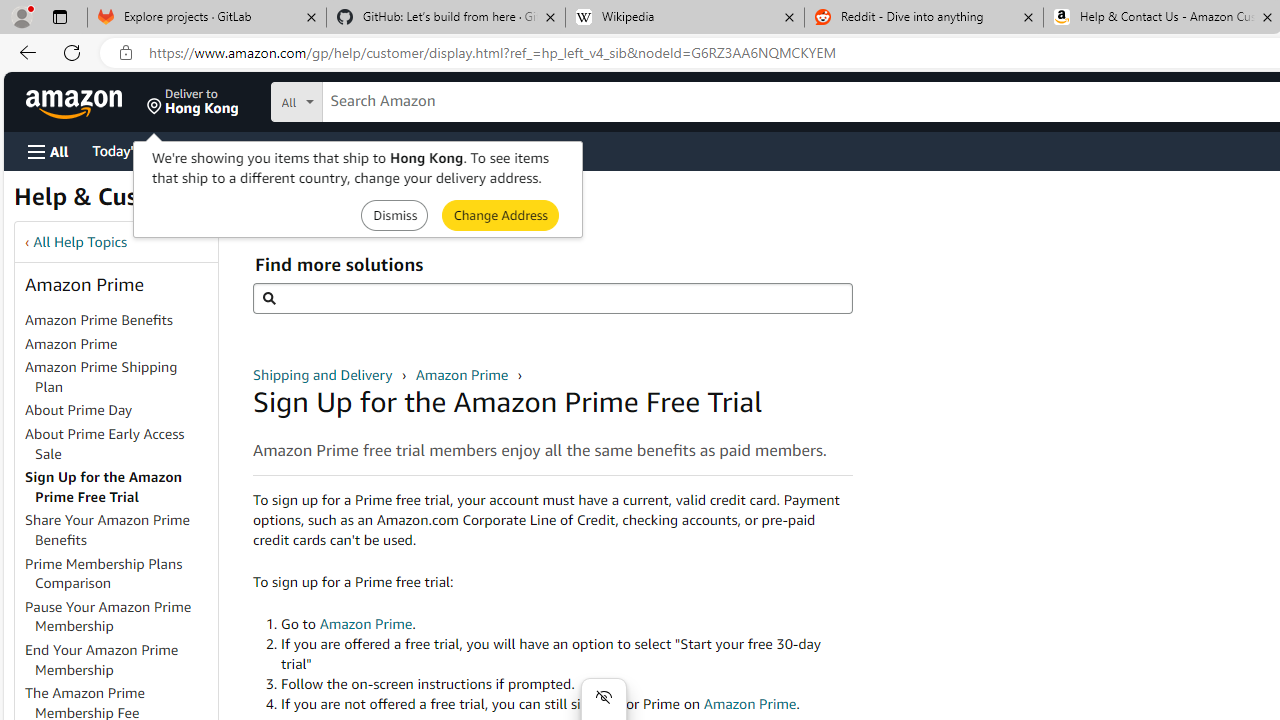 This screenshot has height=720, width=1280. Describe the element at coordinates (133, 149) in the screenshot. I see `'Today'` at that location.